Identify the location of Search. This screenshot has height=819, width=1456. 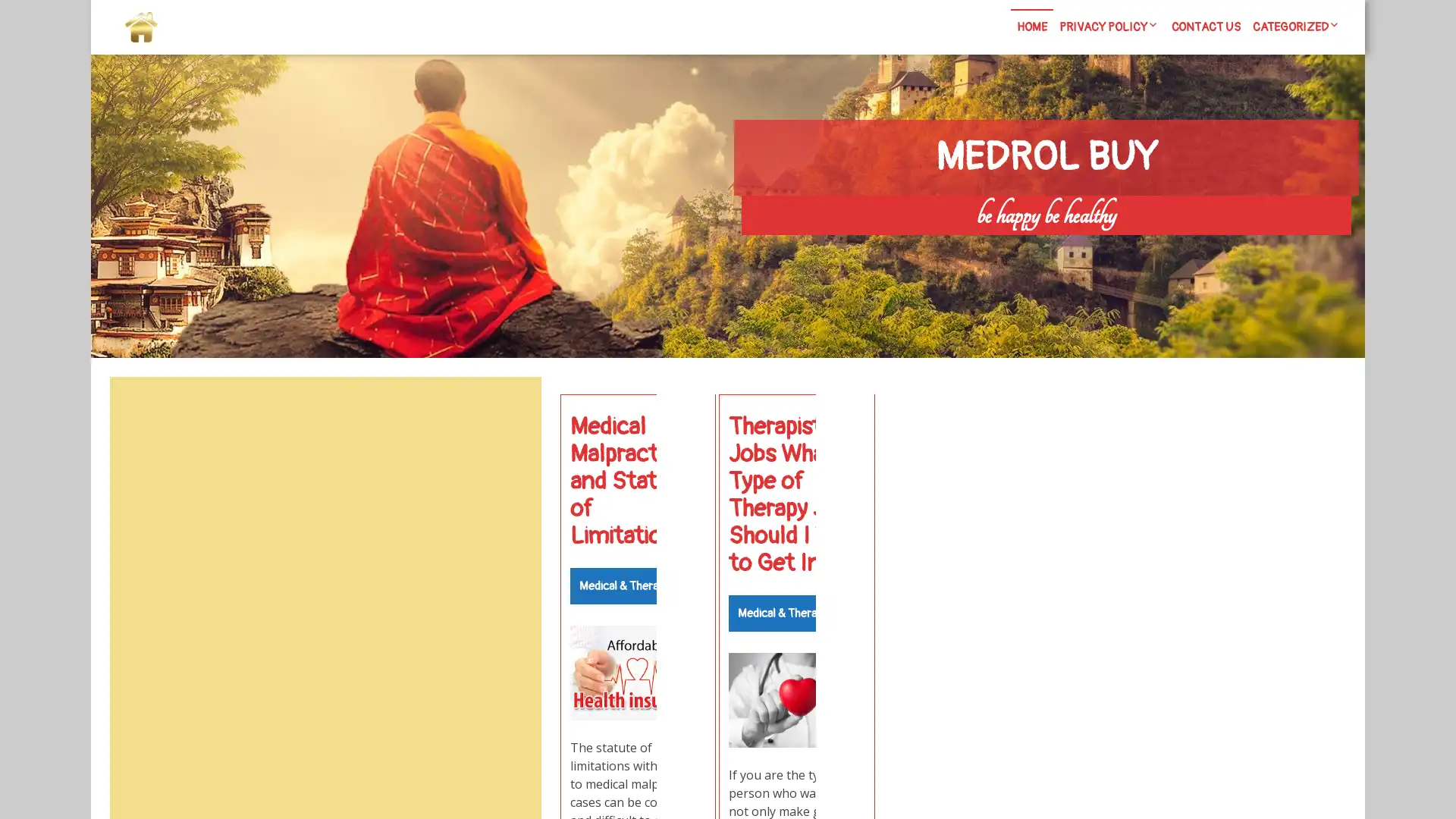
(506, 413).